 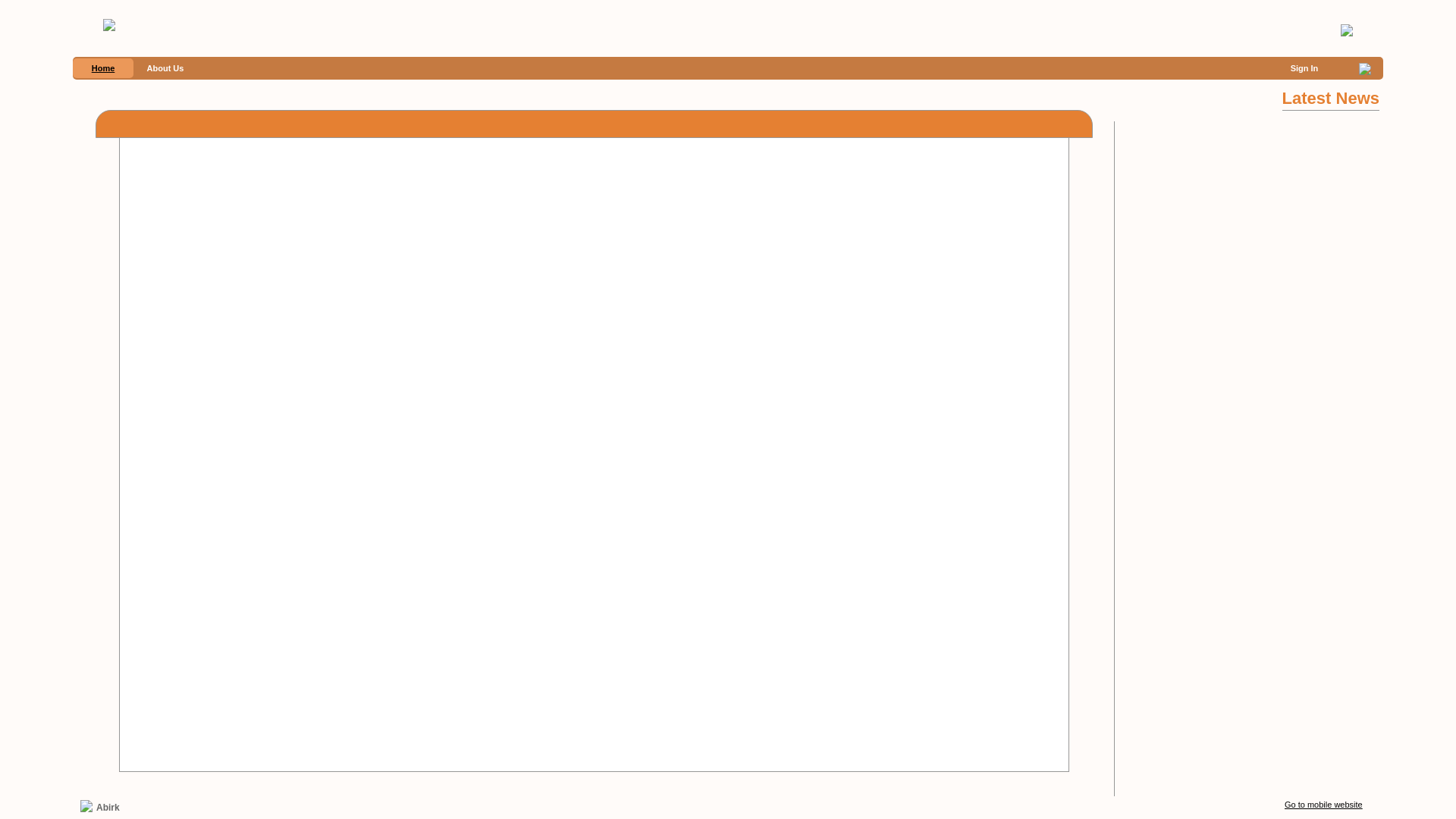 What do you see at coordinates (165, 67) in the screenshot?
I see `'About Us'` at bounding box center [165, 67].